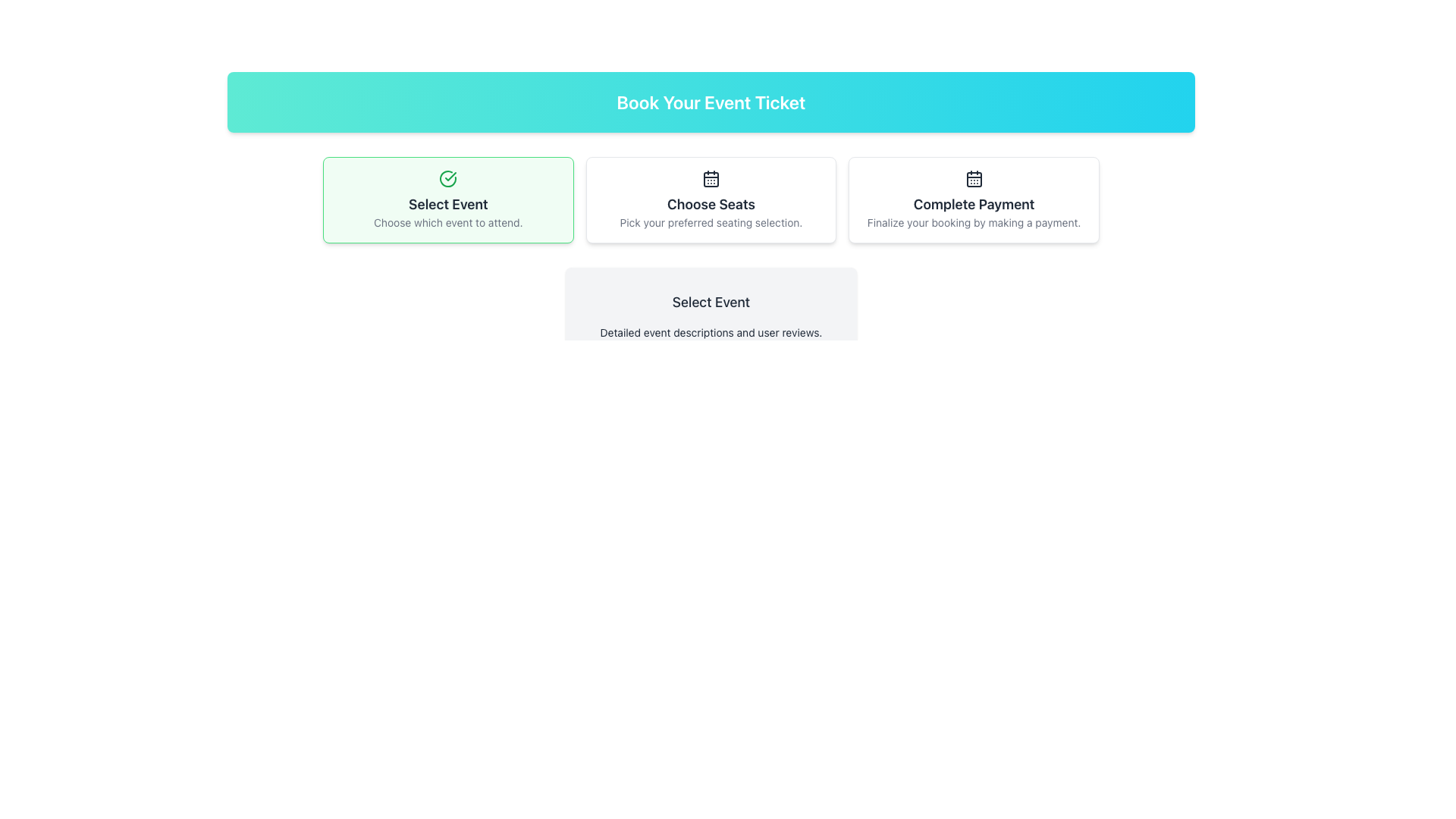 The image size is (1456, 819). I want to click on the informational text that provides guidance related to the 'Choose Seats' feature, located within the 'Choose Seats' card, directly below its title, so click(710, 222).